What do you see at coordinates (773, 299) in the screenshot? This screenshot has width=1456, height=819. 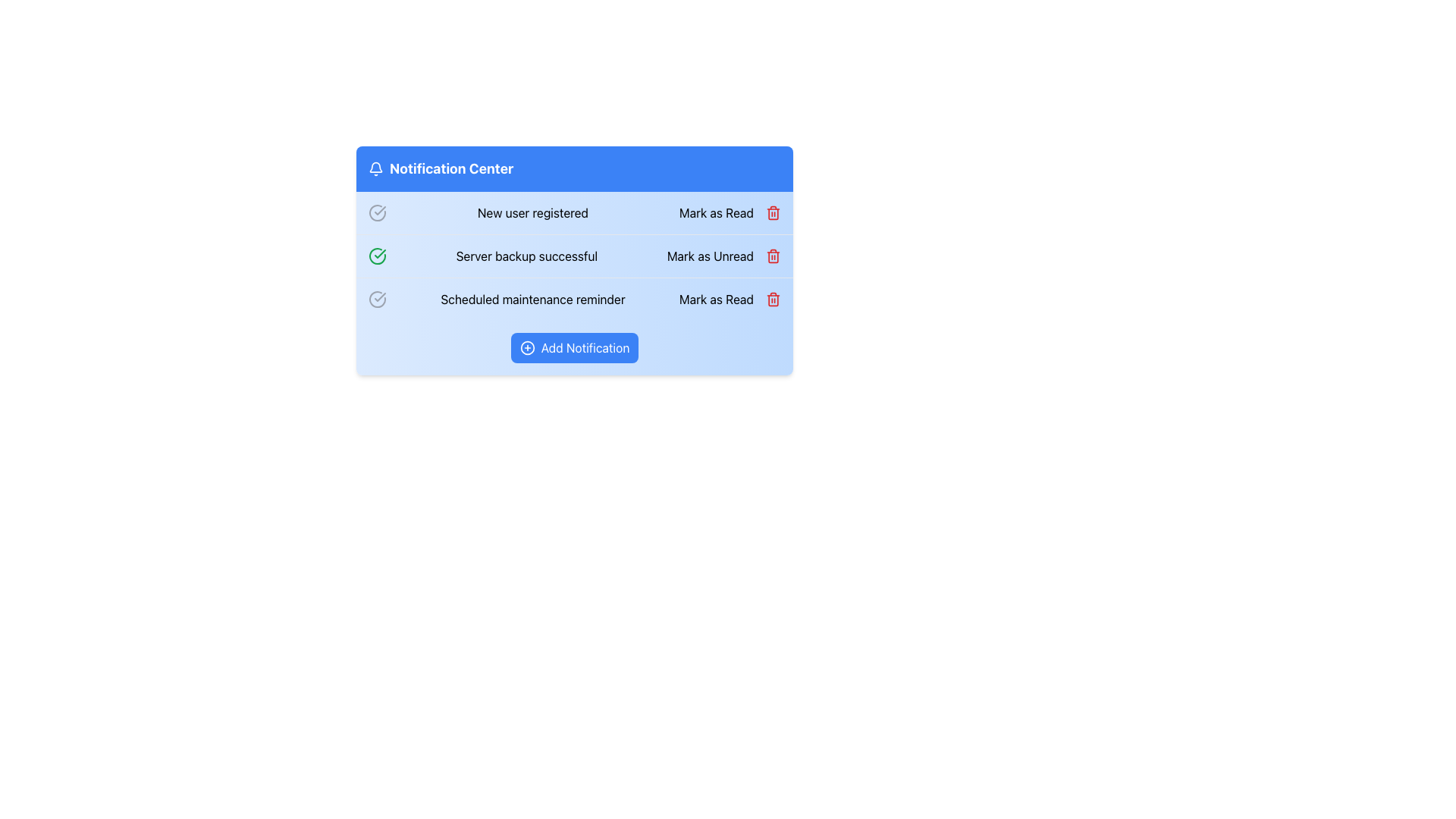 I see `the delete icon for the 'Scheduled maintenance reminder' notification located in the third row of the notification list` at bounding box center [773, 299].